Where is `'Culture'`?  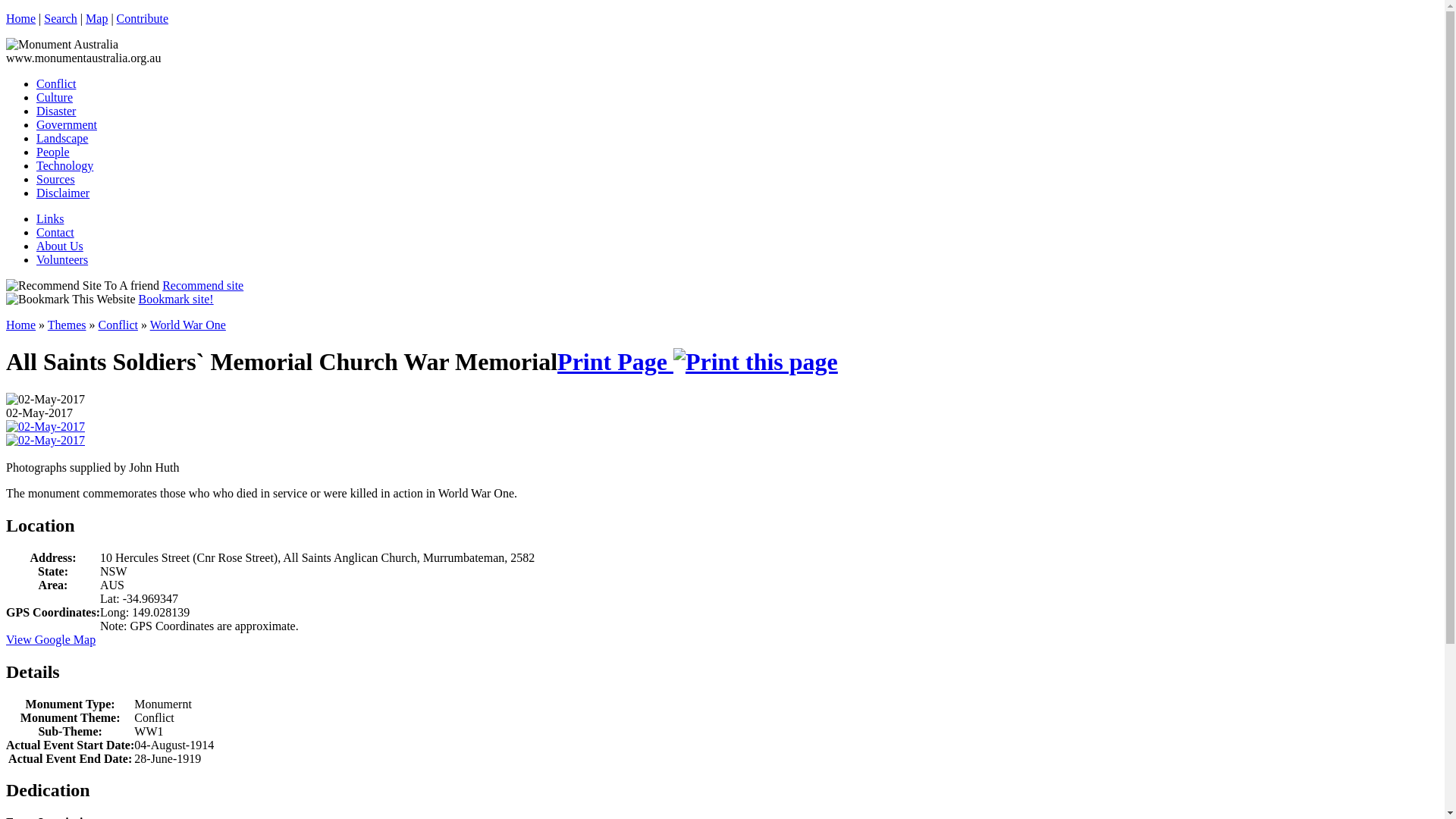 'Culture' is located at coordinates (55, 97).